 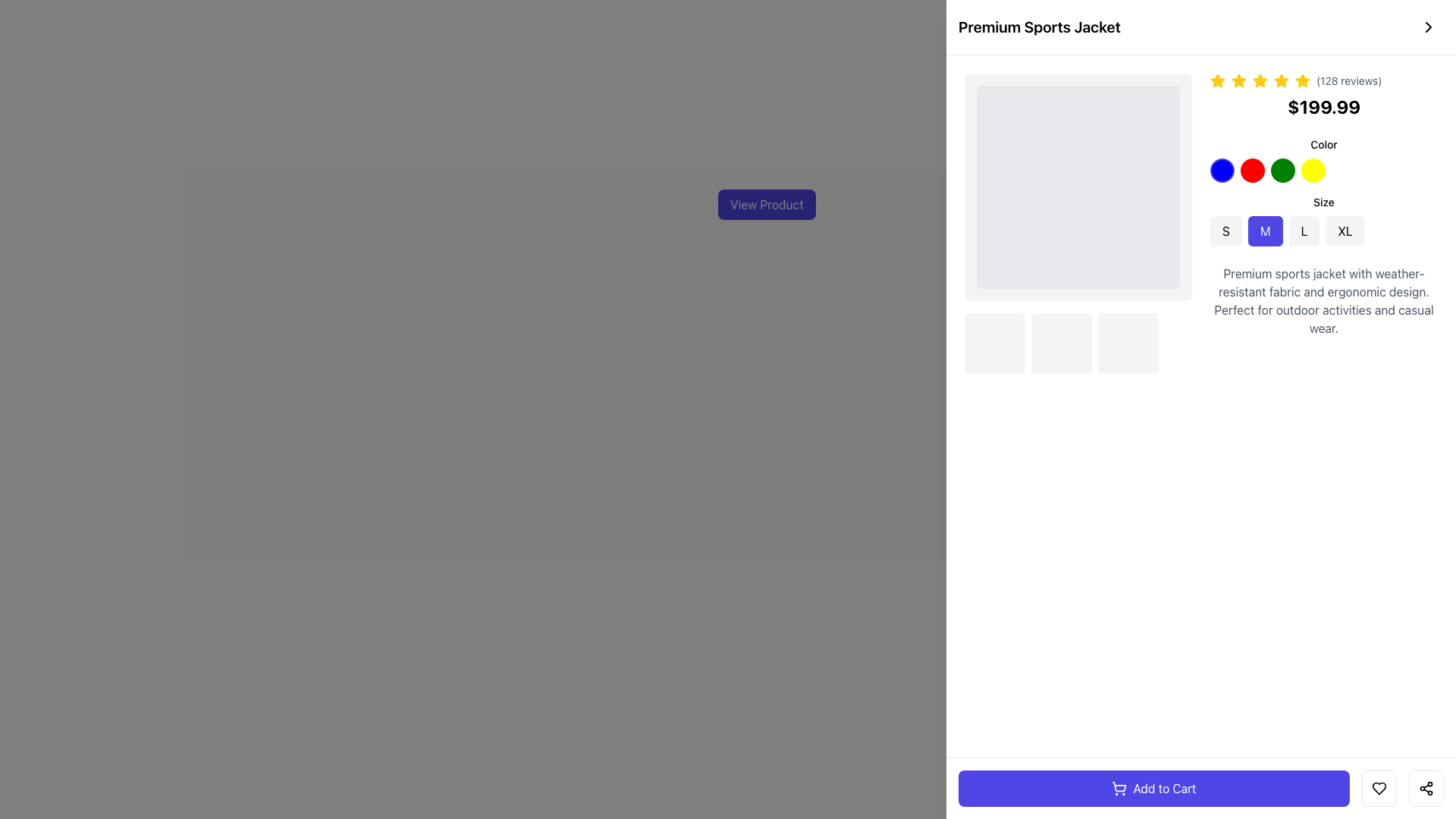 What do you see at coordinates (1323, 106) in the screenshot?
I see `price information displayed in the text label located below the star ratings and review count in the product details area` at bounding box center [1323, 106].